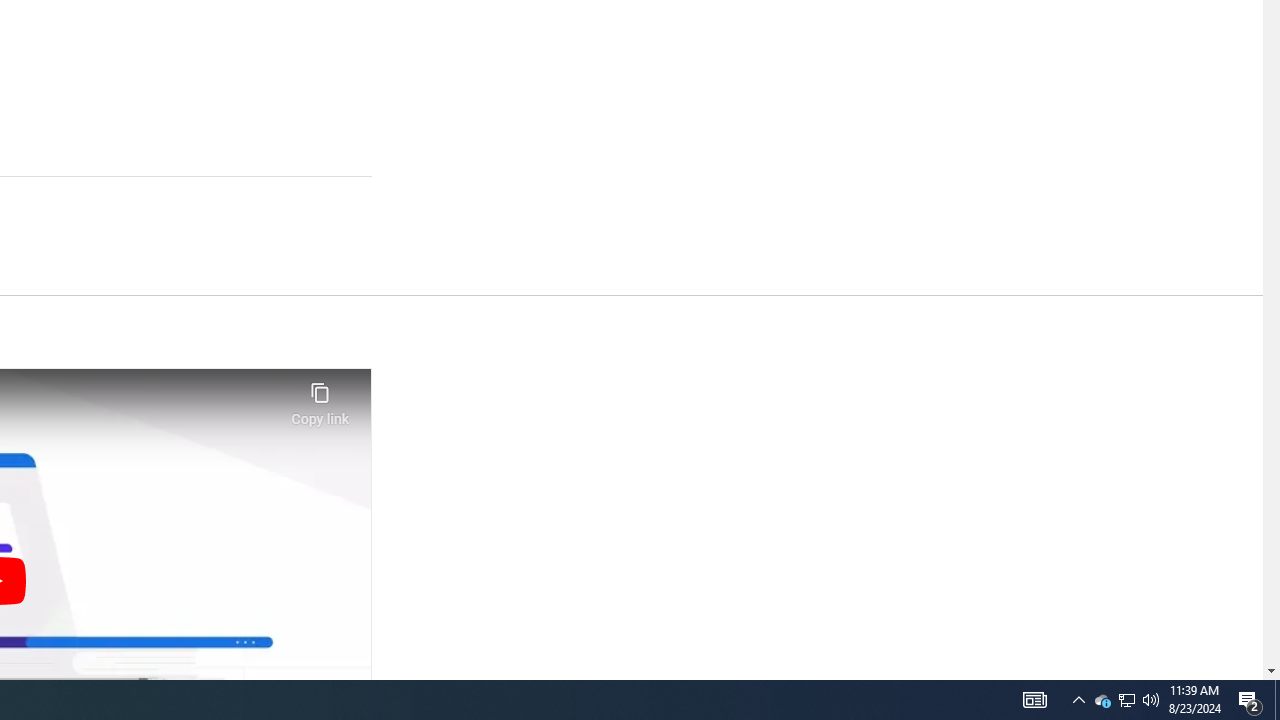 The height and width of the screenshot is (720, 1280). Describe the element at coordinates (320, 398) in the screenshot. I see `'Copy link'` at that location.